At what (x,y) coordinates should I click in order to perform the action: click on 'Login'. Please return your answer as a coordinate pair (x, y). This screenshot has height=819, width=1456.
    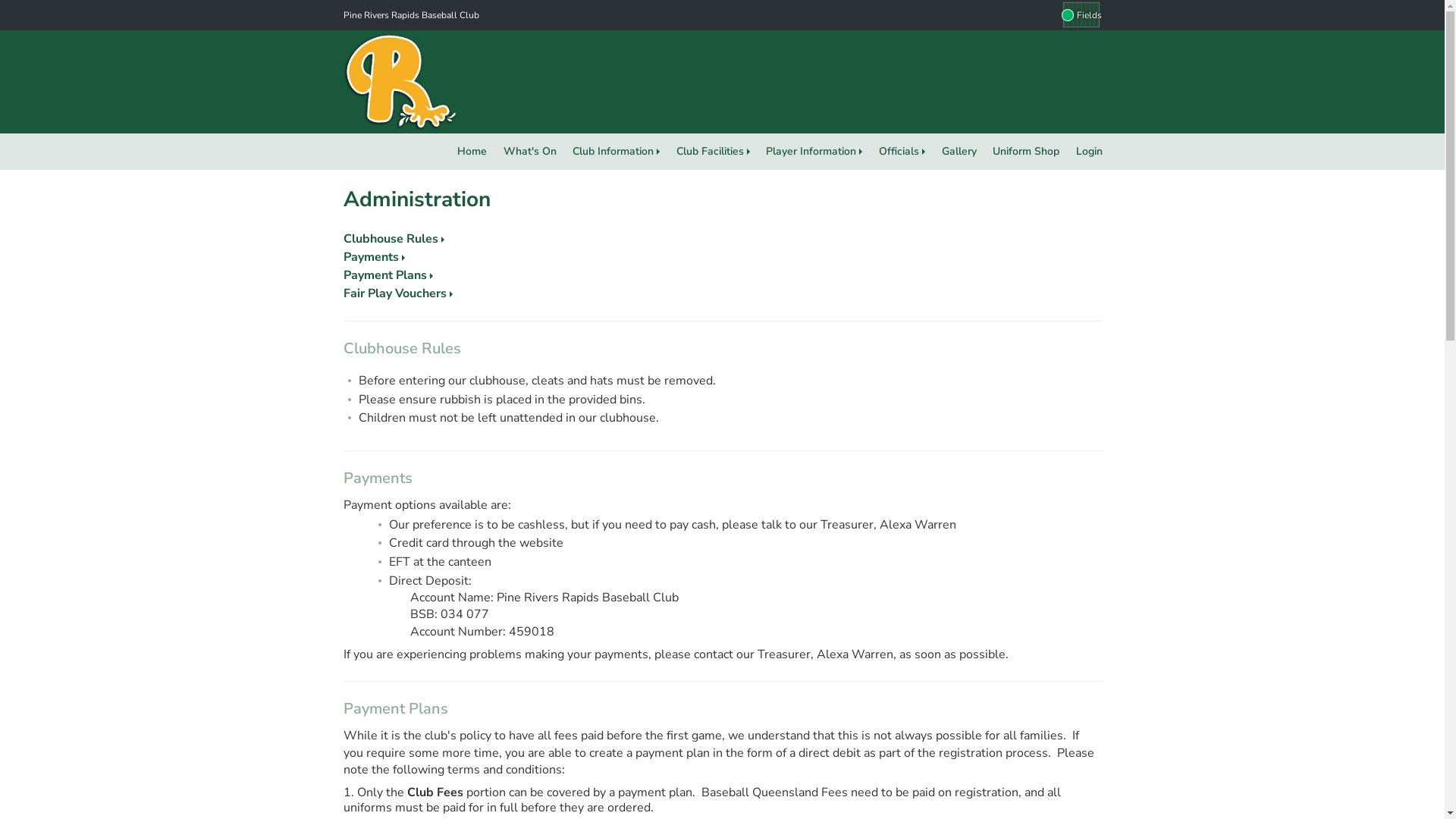
    Looking at the image, I should click on (1088, 152).